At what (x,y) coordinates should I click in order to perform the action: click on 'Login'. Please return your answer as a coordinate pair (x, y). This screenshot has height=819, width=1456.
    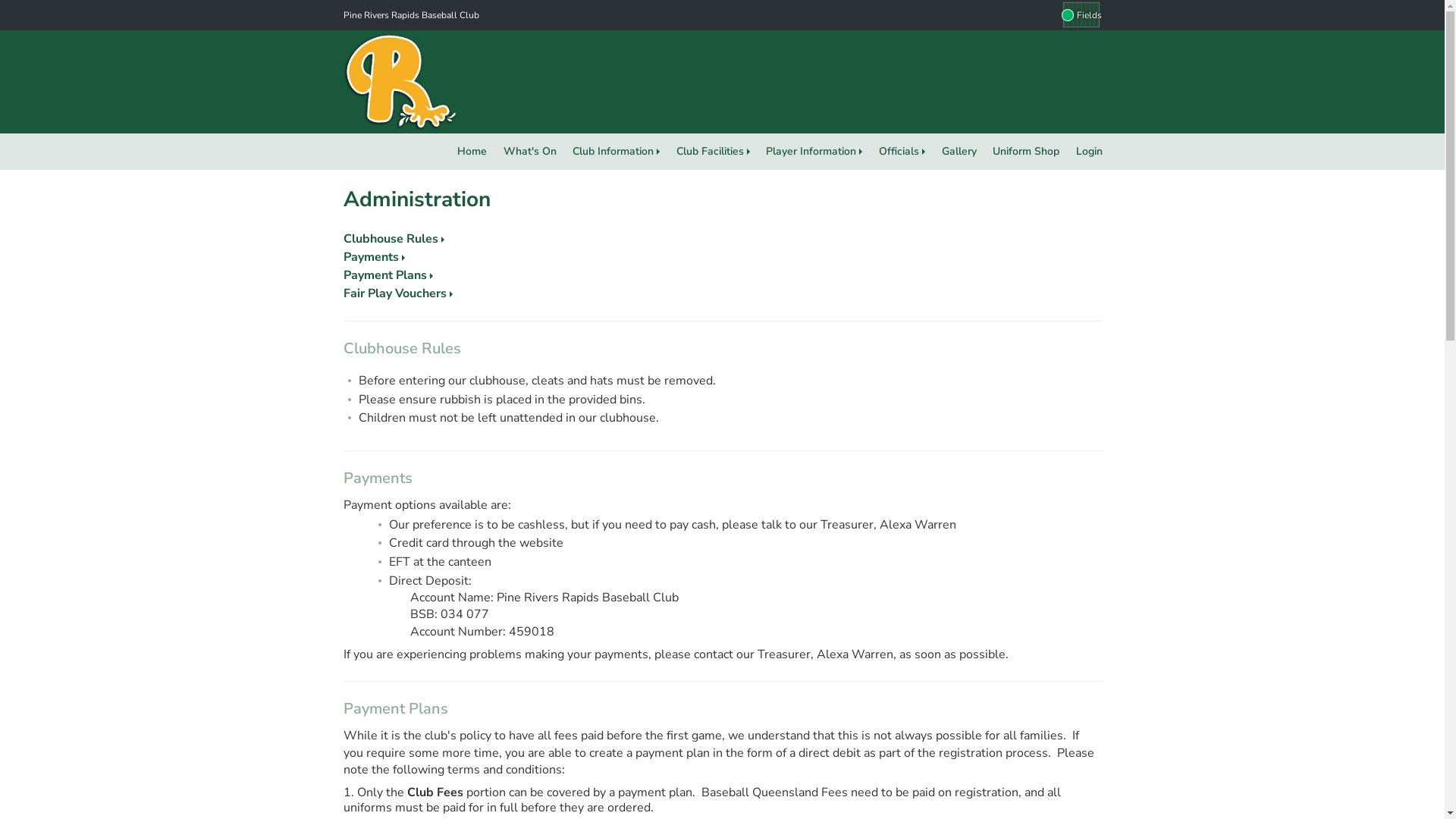
    Looking at the image, I should click on (1088, 152).